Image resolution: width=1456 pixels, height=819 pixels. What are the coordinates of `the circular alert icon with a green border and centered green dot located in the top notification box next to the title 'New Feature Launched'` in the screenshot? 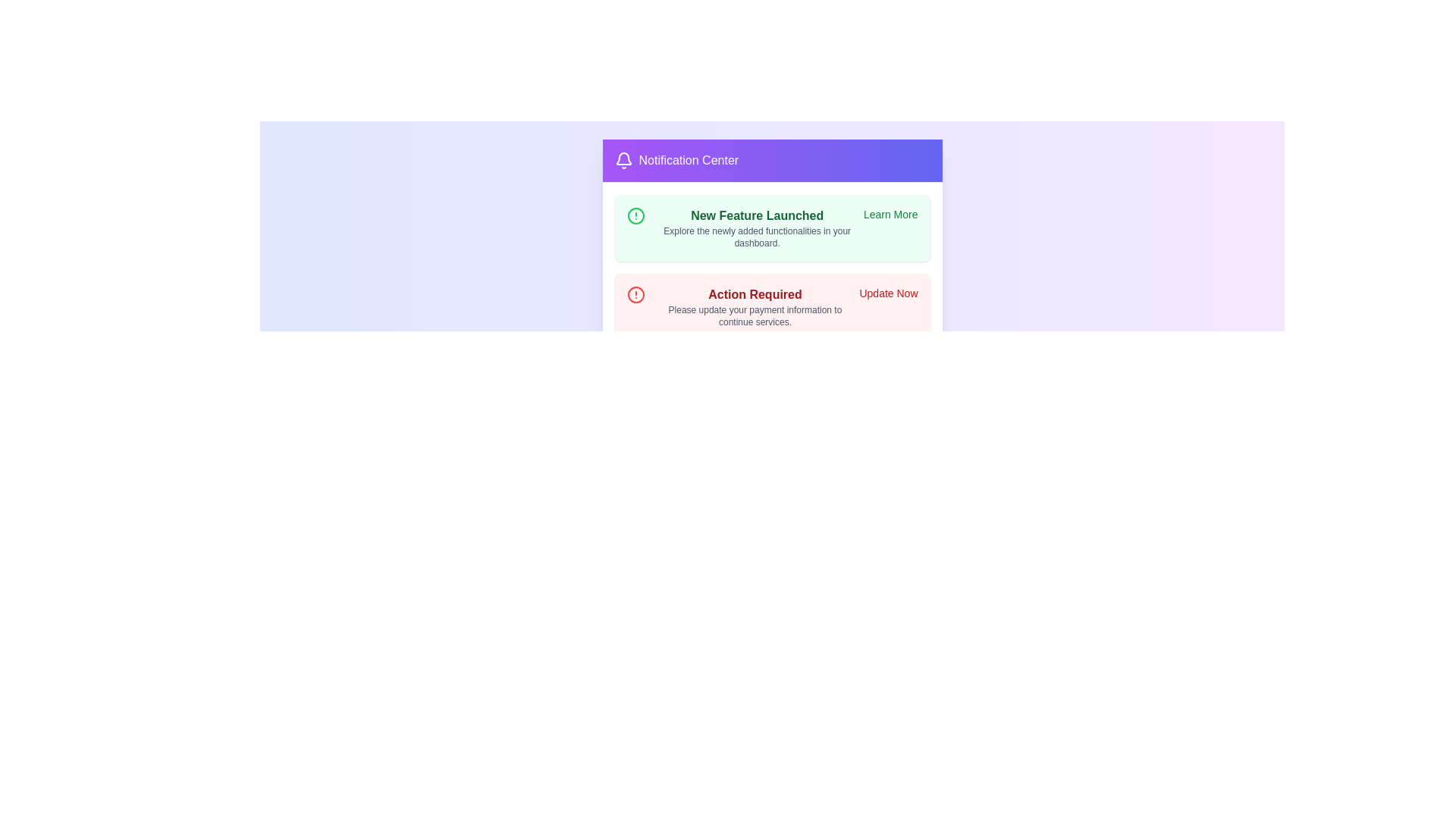 It's located at (635, 216).